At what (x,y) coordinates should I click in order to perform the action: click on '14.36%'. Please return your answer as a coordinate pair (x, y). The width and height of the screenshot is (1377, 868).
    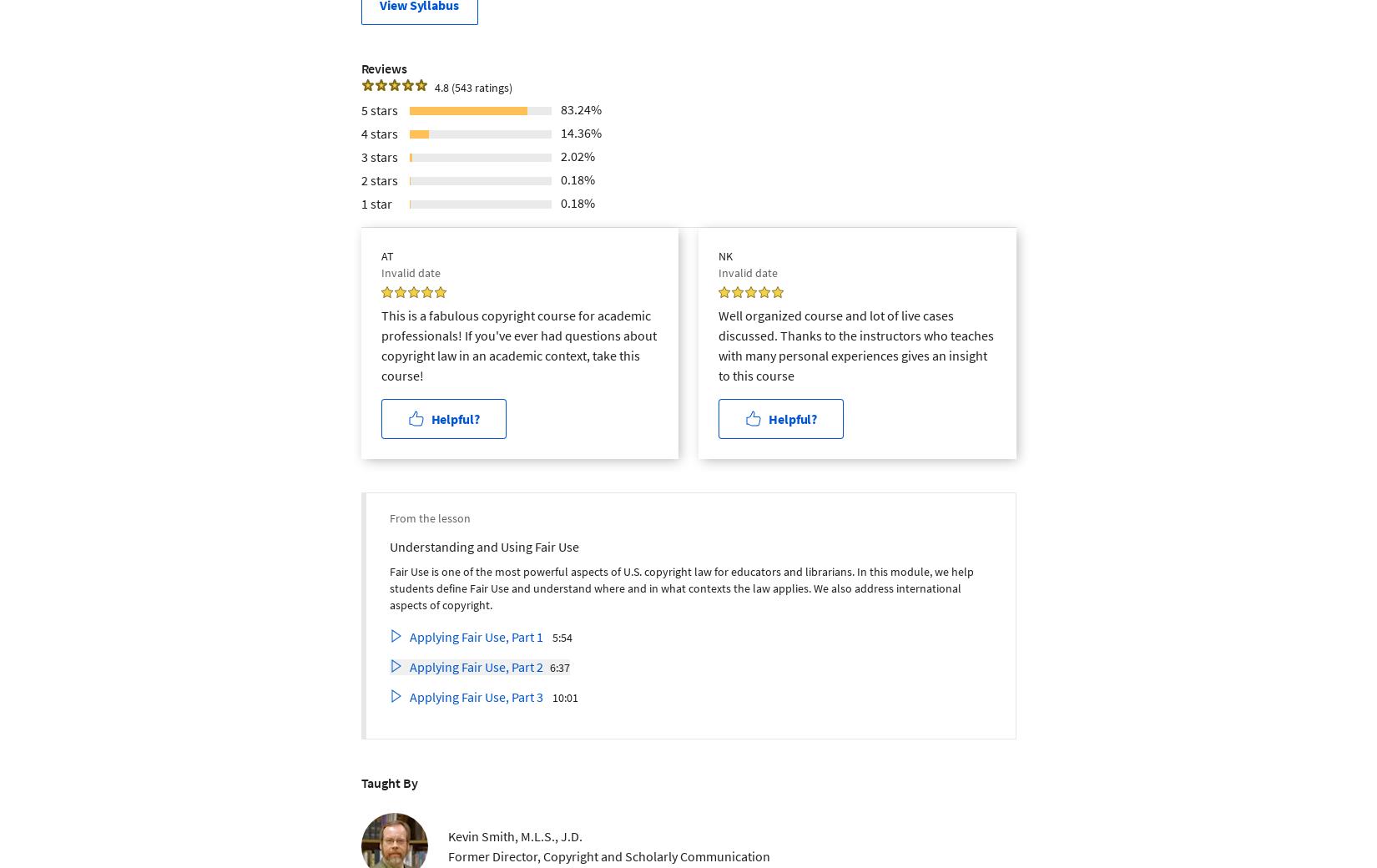
    Looking at the image, I should click on (559, 131).